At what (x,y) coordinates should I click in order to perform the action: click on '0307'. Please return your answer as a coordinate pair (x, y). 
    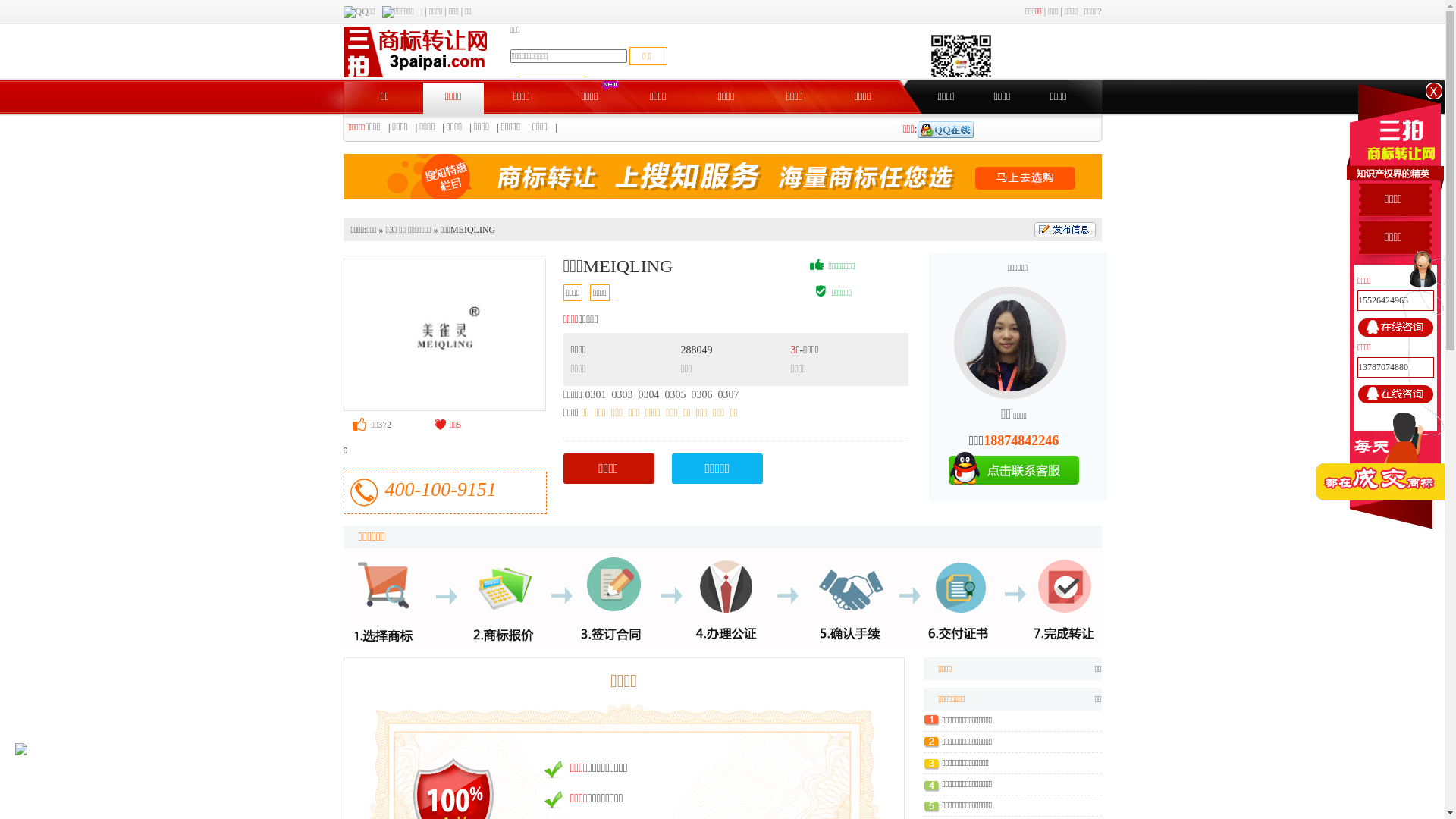
    Looking at the image, I should click on (728, 394).